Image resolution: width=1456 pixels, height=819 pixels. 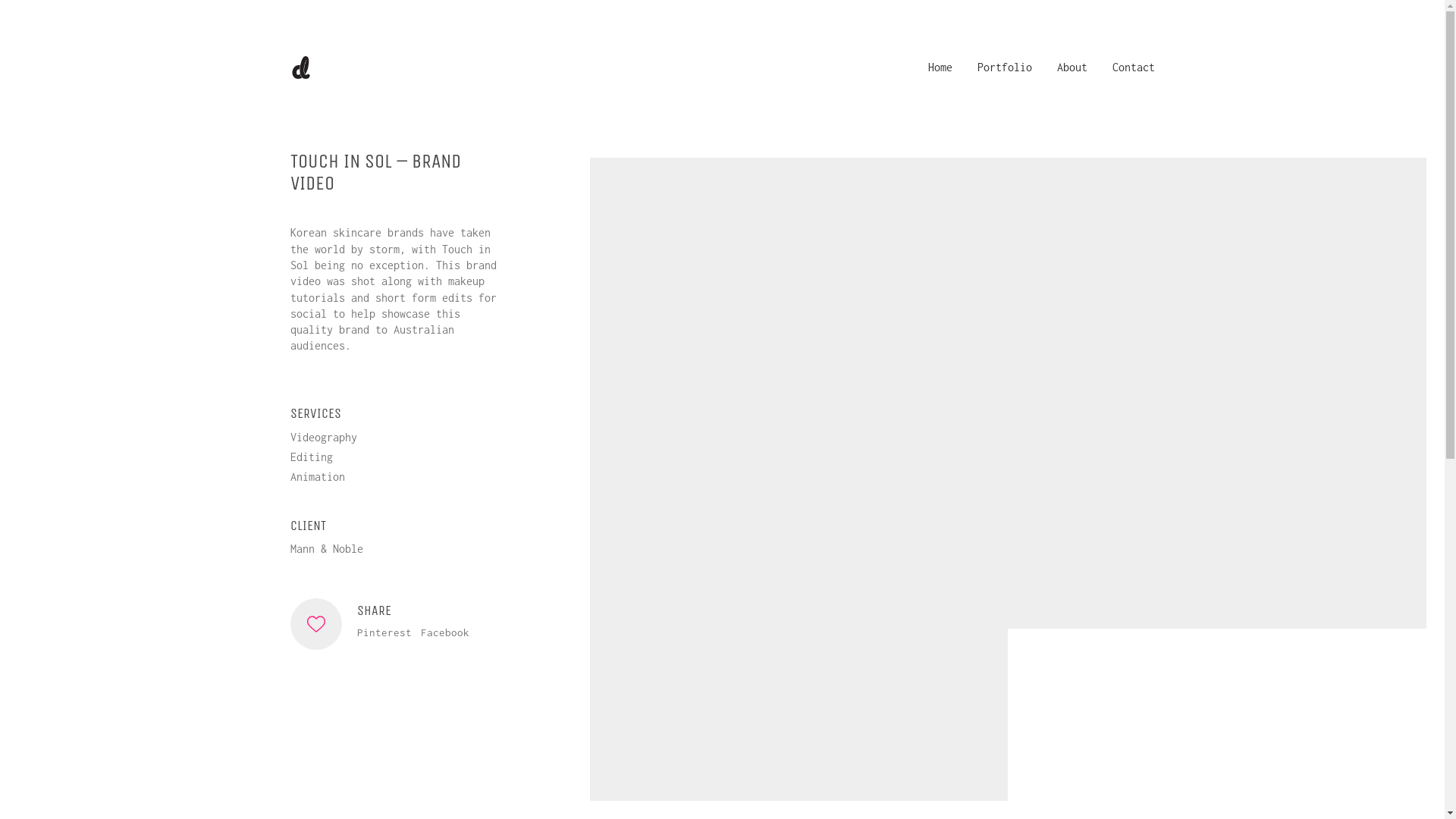 What do you see at coordinates (443, 632) in the screenshot?
I see `'Facebook'` at bounding box center [443, 632].